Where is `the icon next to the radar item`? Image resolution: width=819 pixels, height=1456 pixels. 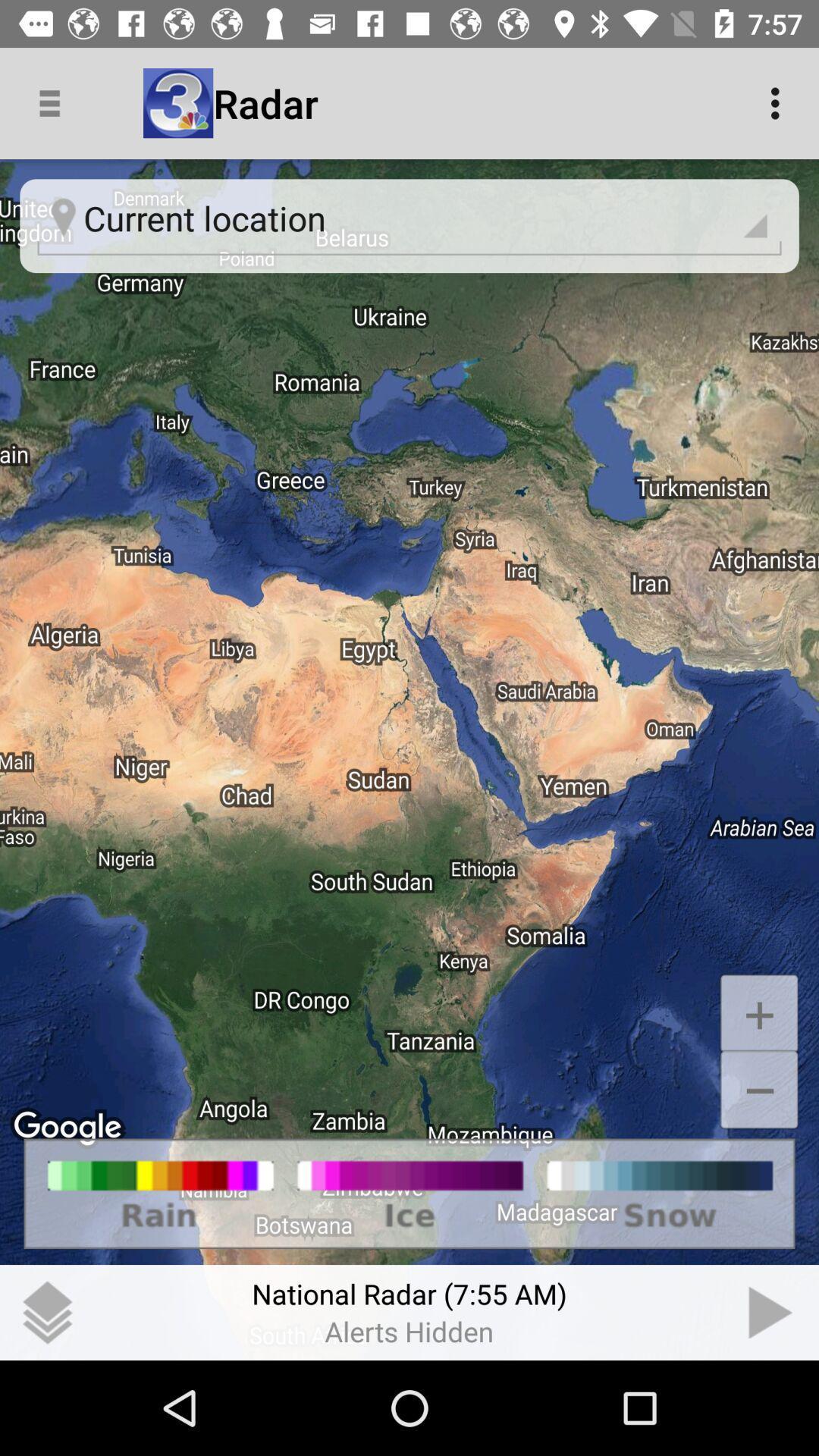 the icon next to the radar item is located at coordinates (779, 102).